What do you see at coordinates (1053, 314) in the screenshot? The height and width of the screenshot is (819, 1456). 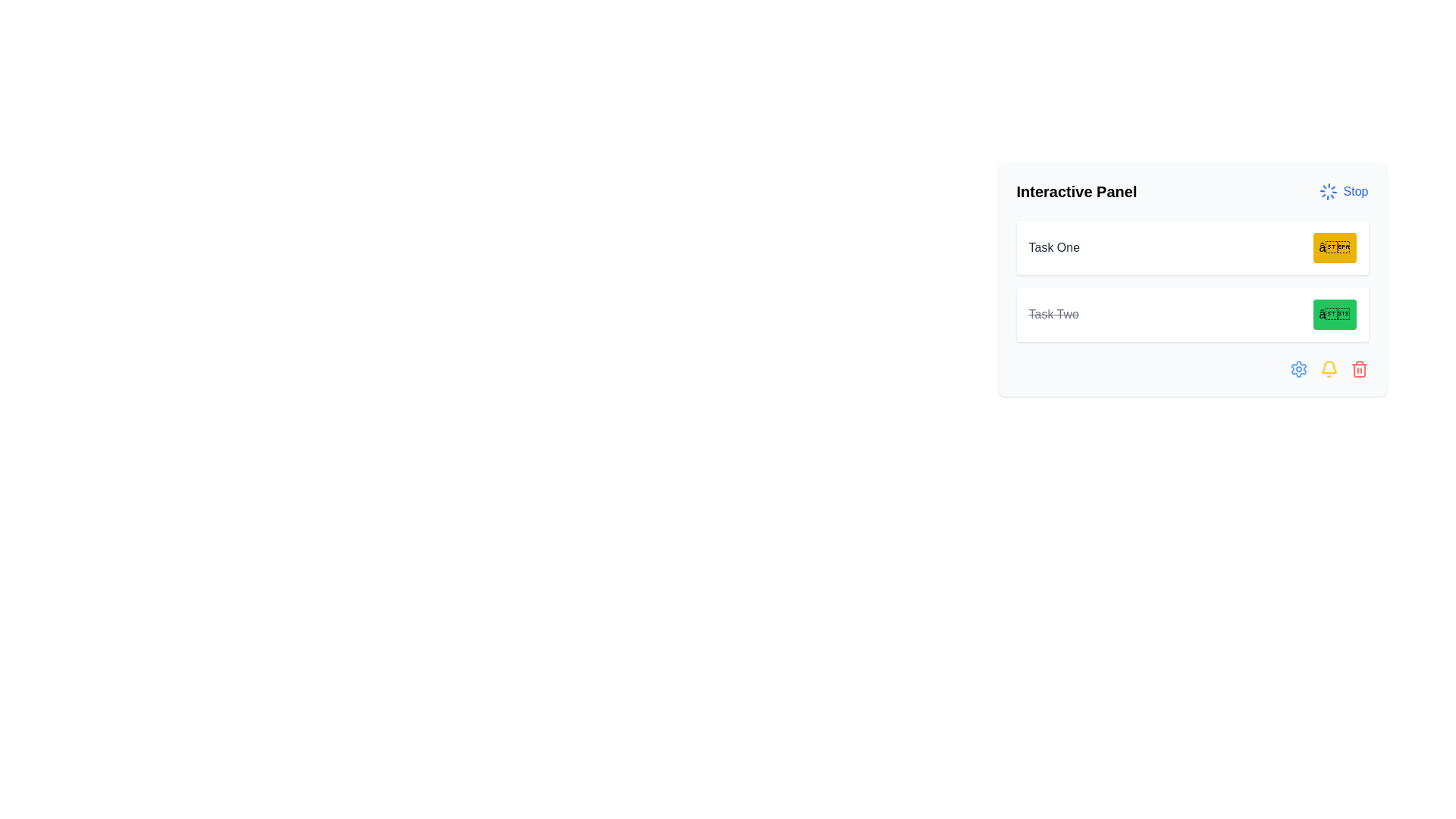 I see `the text label displaying 'Task Two' which has a strikethrough decoration and gray color, indicating completion` at bounding box center [1053, 314].